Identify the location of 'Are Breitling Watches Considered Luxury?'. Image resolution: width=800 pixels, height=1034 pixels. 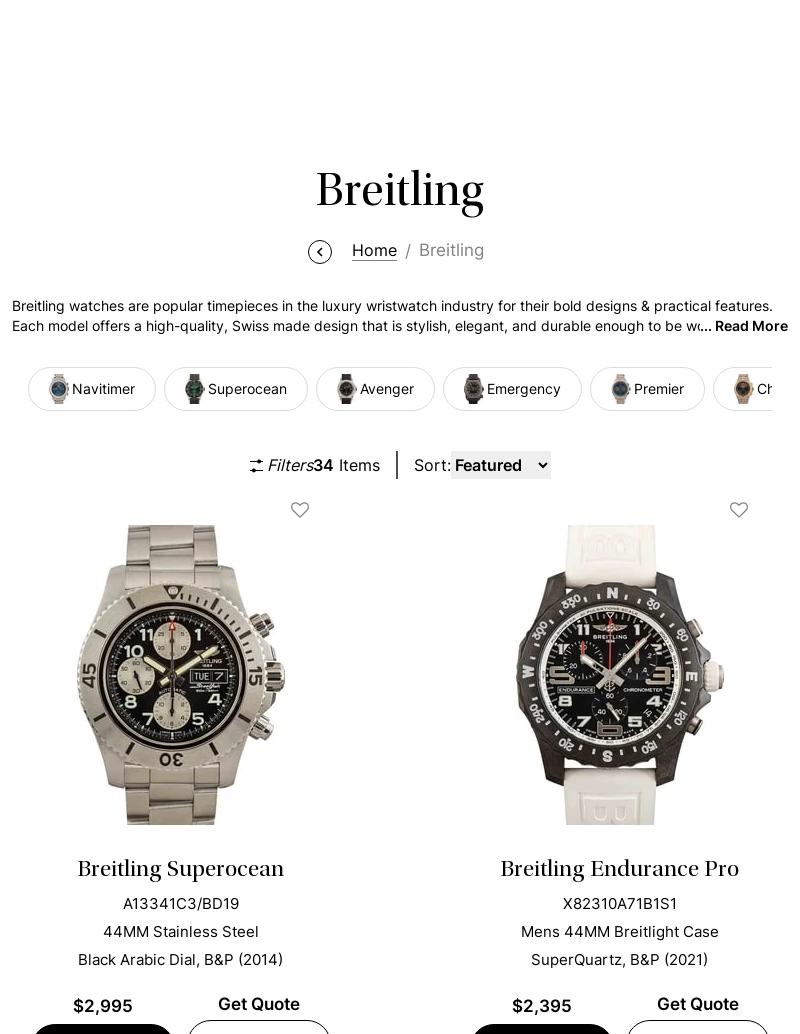
(331, 226).